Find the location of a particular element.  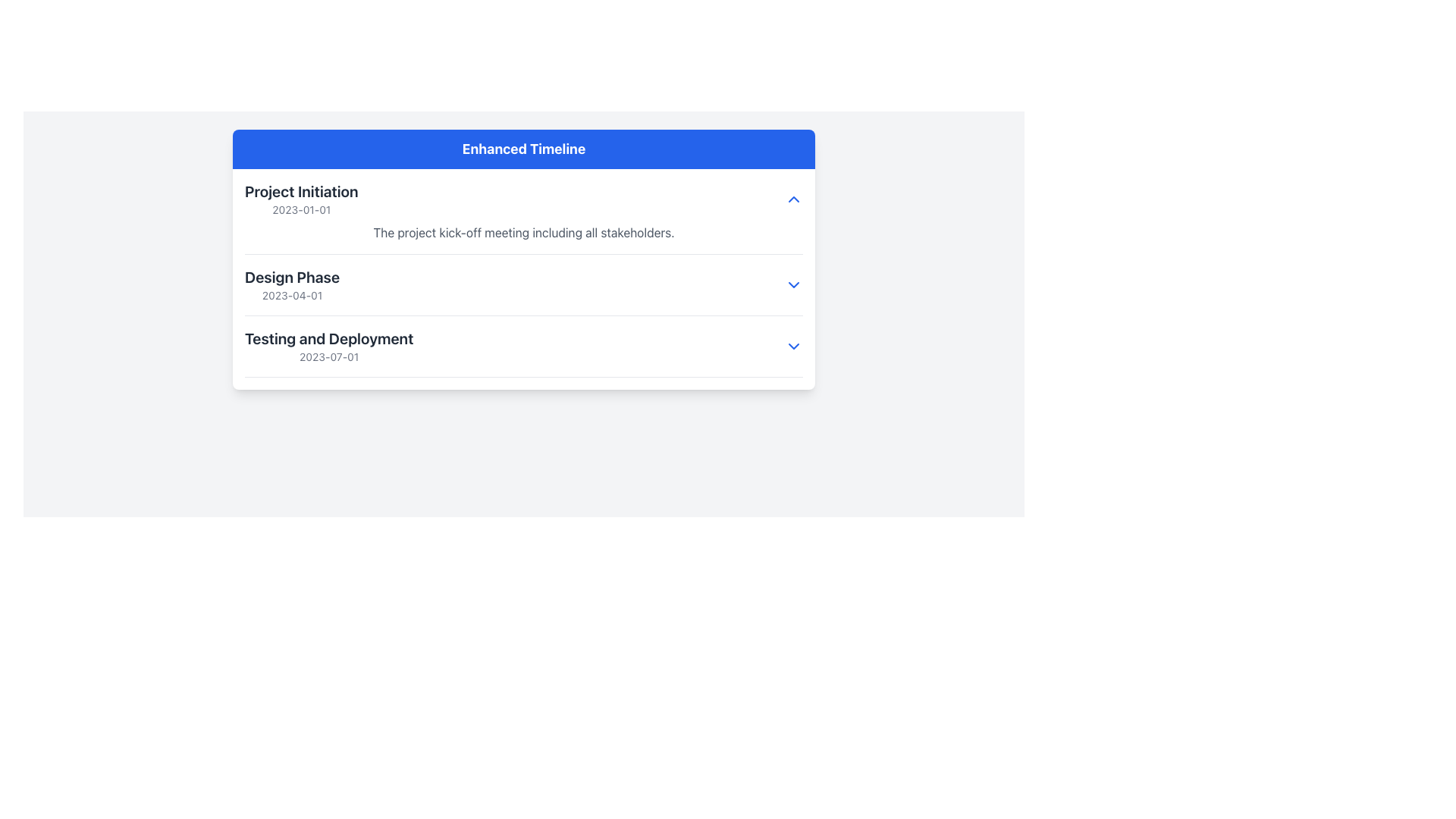

the bold and large text block reading 'Project Initiation' located at the top-left corner inside a white rectangular section under the blue header 'Enhanced Timeline' is located at coordinates (301, 191).